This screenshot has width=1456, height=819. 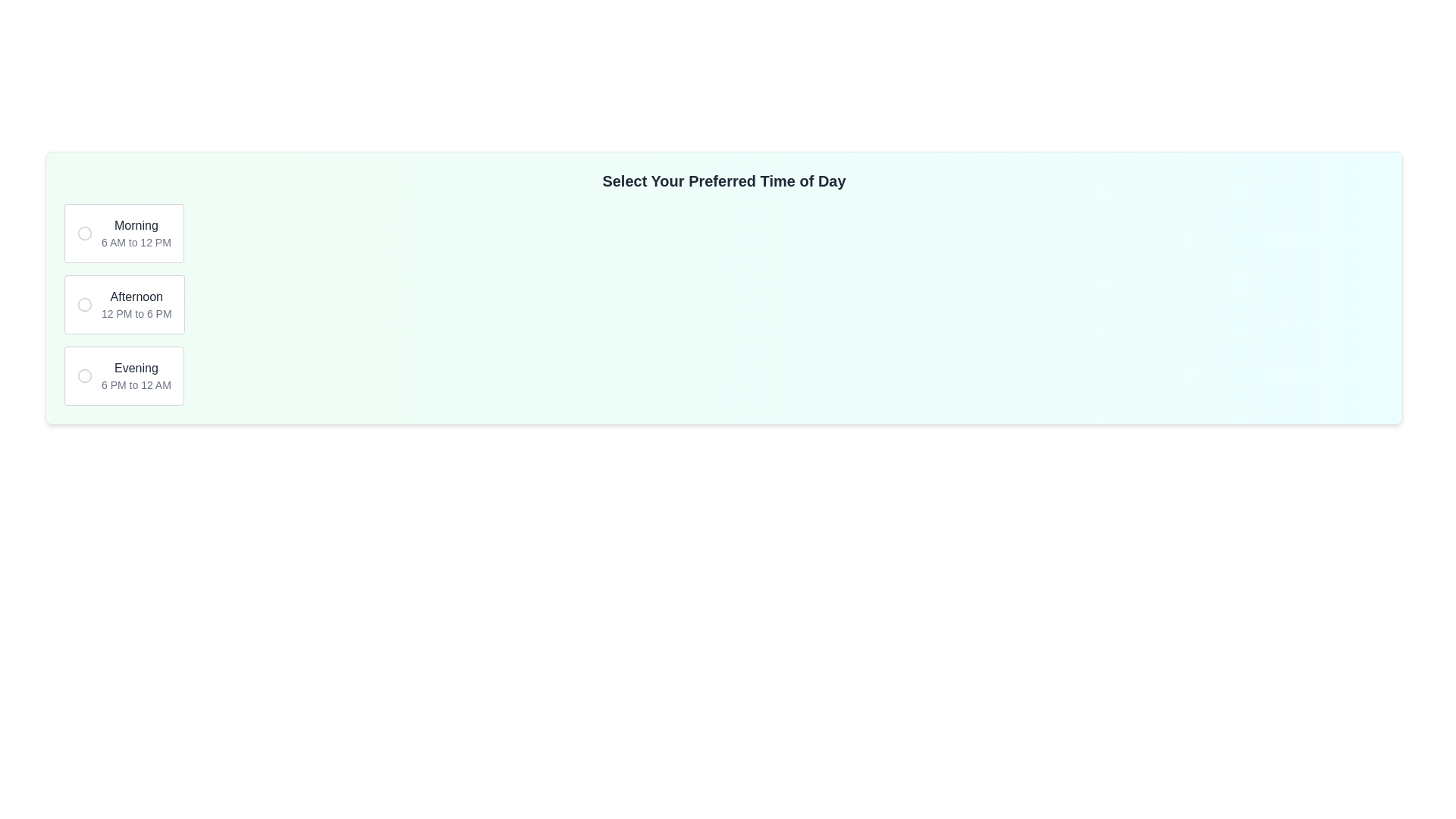 I want to click on the 'Morning 6 AM to 12 PM' radiobutton under the 'Select Your Preferred Time of Day' heading and select it using the space or enter key, so click(x=124, y=234).